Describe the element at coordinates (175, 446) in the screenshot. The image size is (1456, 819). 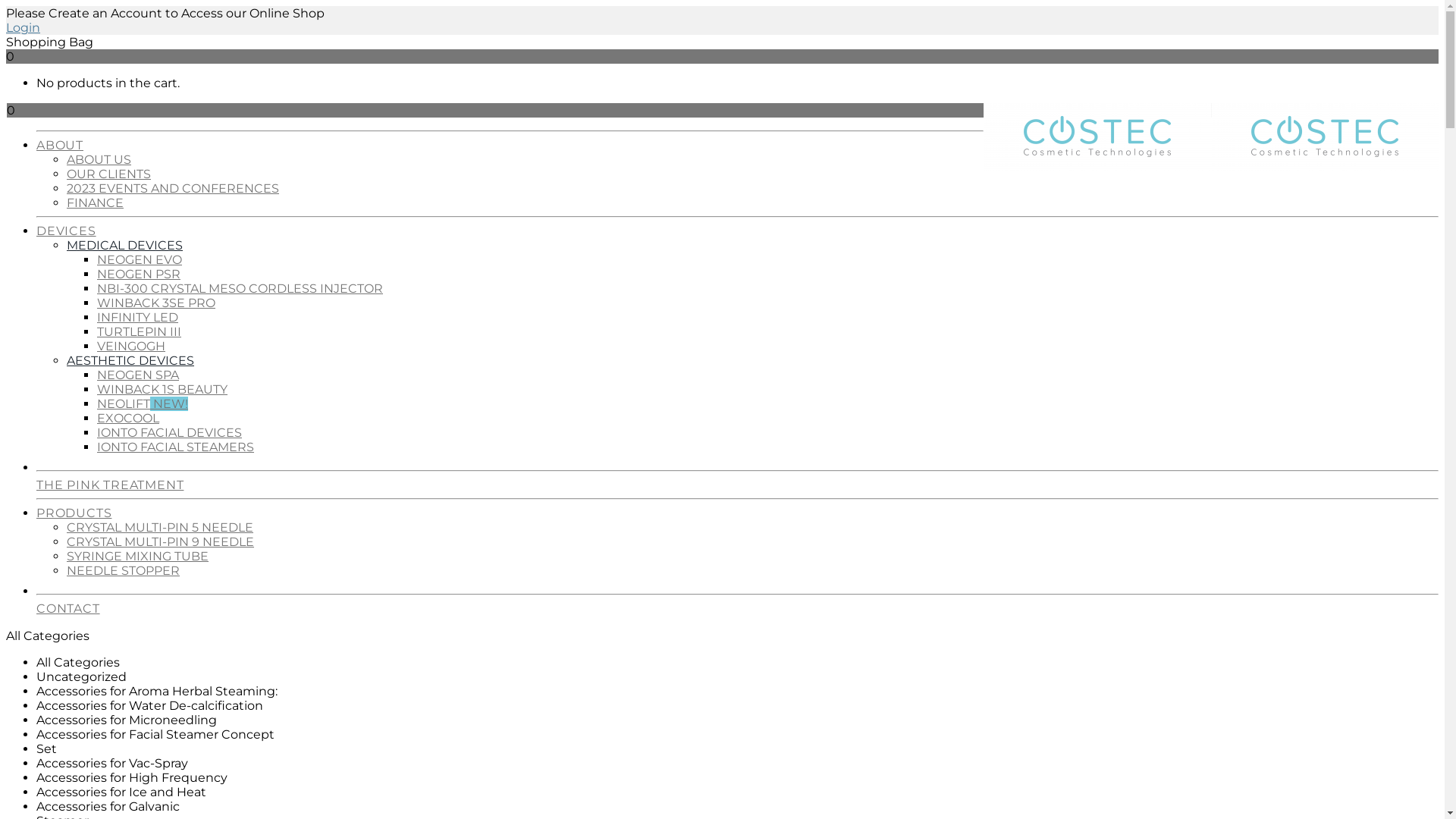
I see `'IONTO FACIAL STEAMERS'` at that location.